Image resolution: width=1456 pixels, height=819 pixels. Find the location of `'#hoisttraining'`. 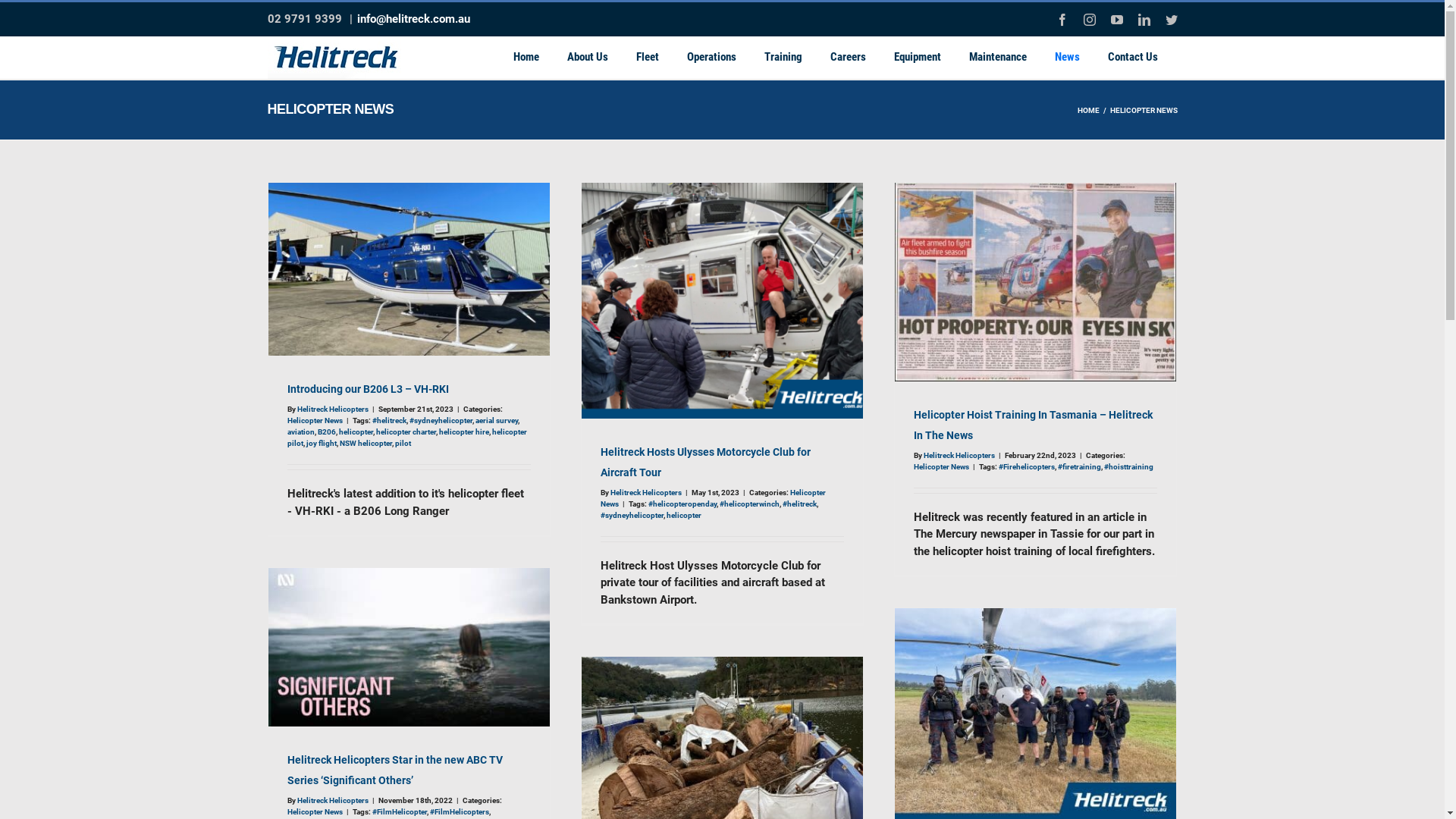

'#hoisttraining' is located at coordinates (1103, 466).